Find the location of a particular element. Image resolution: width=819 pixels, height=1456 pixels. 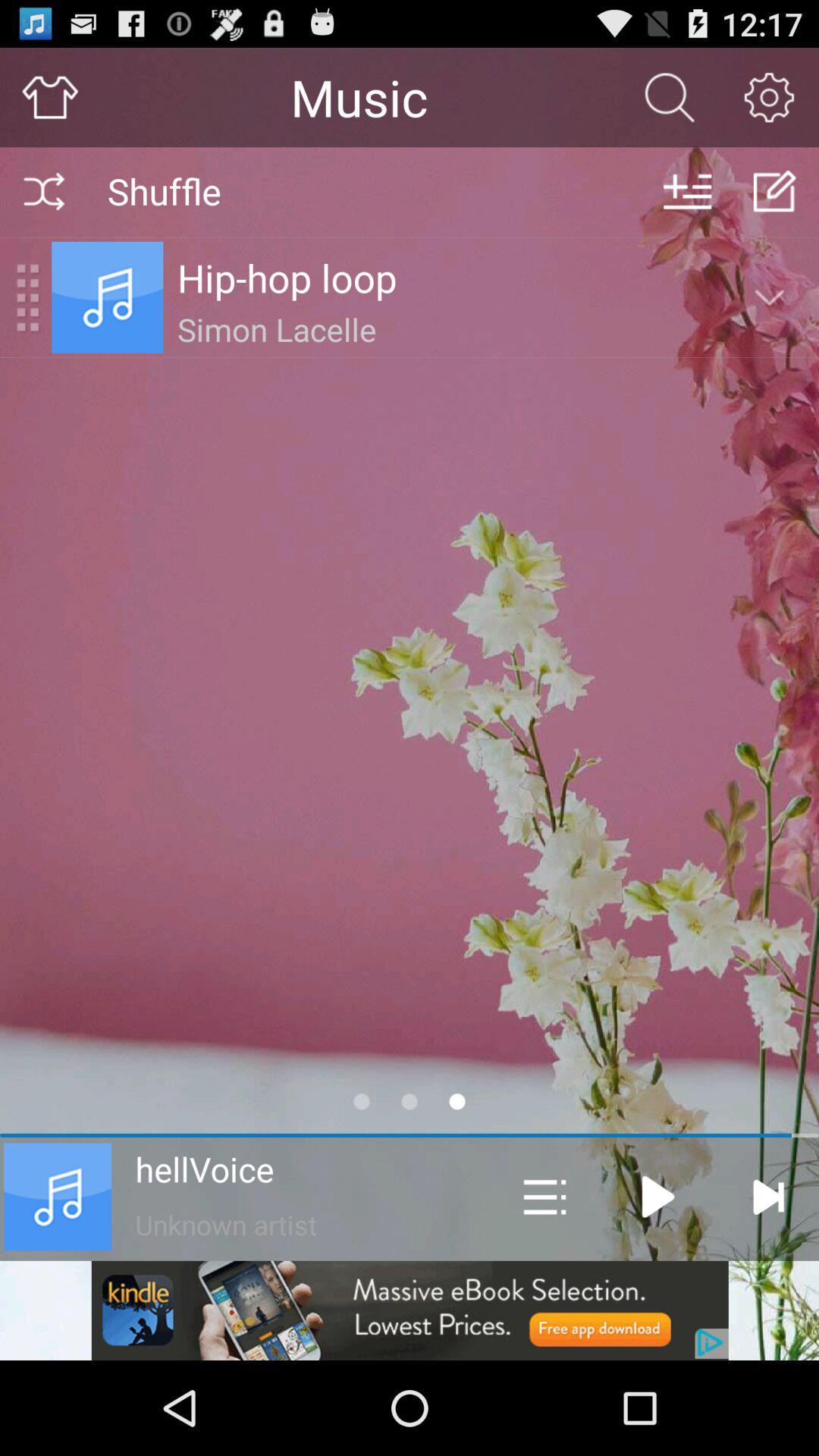

the play icon is located at coordinates (657, 1280).